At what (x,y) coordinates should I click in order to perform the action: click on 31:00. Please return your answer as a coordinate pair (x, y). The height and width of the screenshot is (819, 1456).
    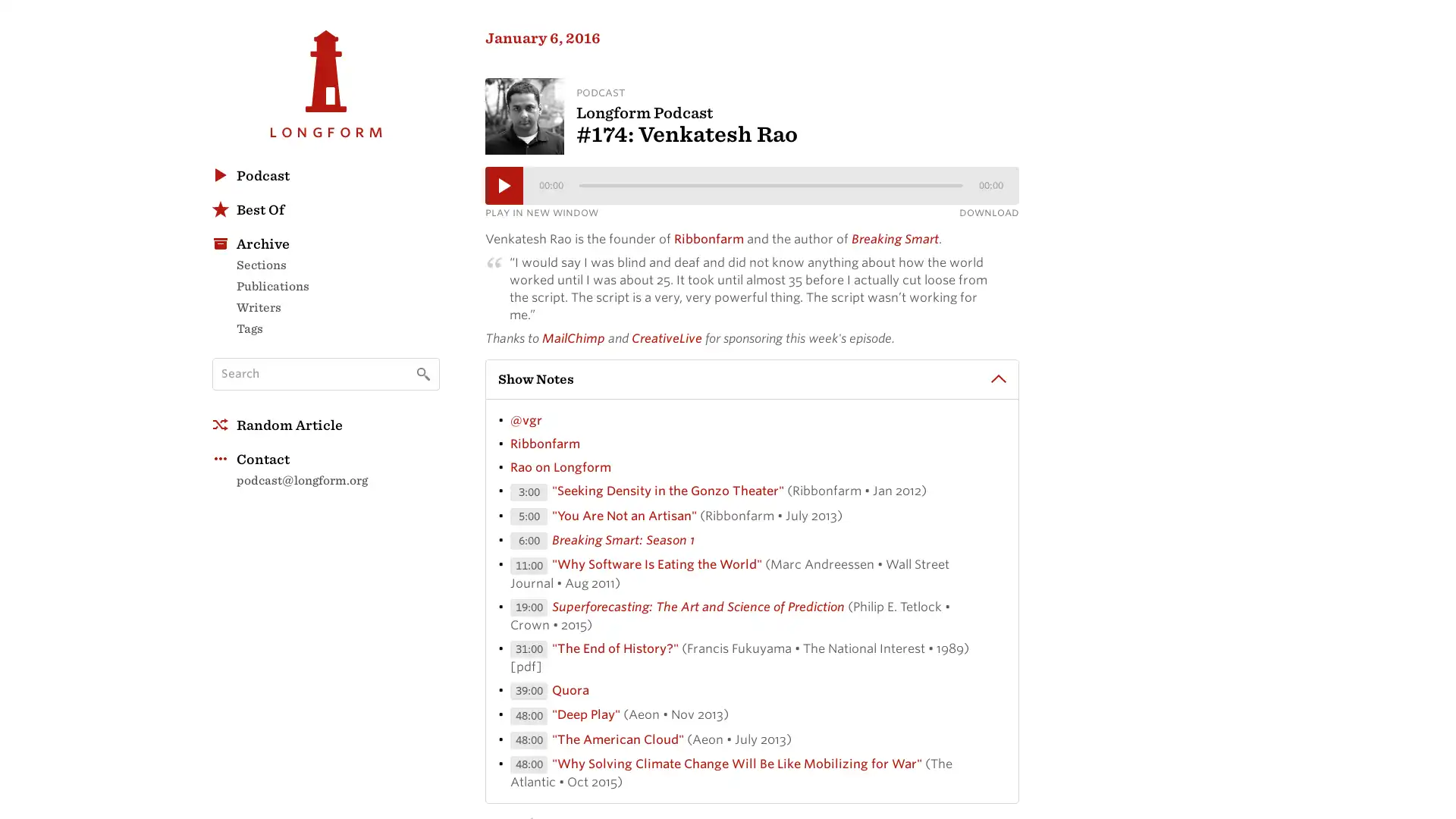
    Looking at the image, I should click on (529, 651).